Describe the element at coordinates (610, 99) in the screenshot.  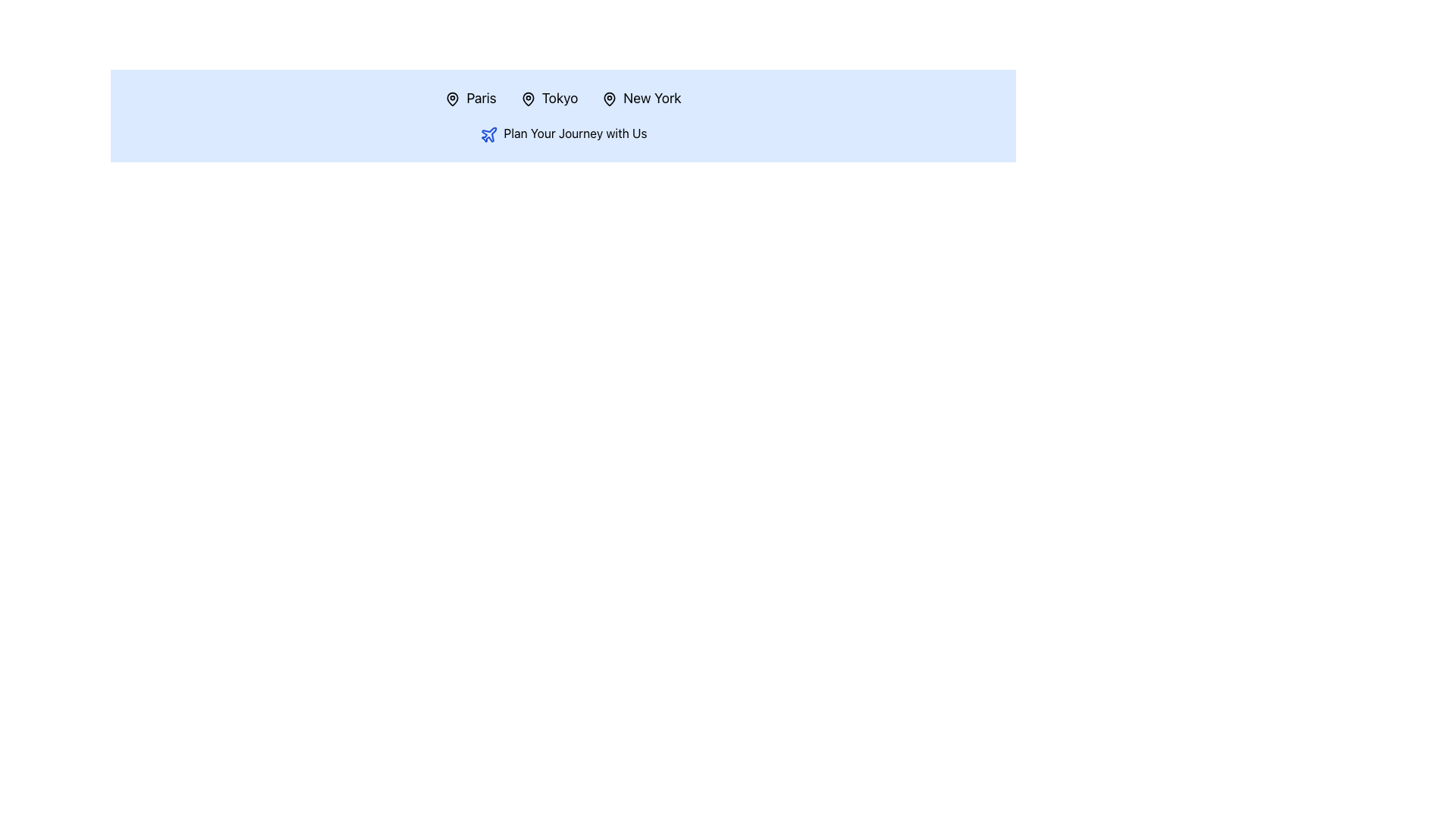
I see `the Map Pin icon that represents the location for 'New York', which is located on the blue background bar near the top-right of the interface` at that location.